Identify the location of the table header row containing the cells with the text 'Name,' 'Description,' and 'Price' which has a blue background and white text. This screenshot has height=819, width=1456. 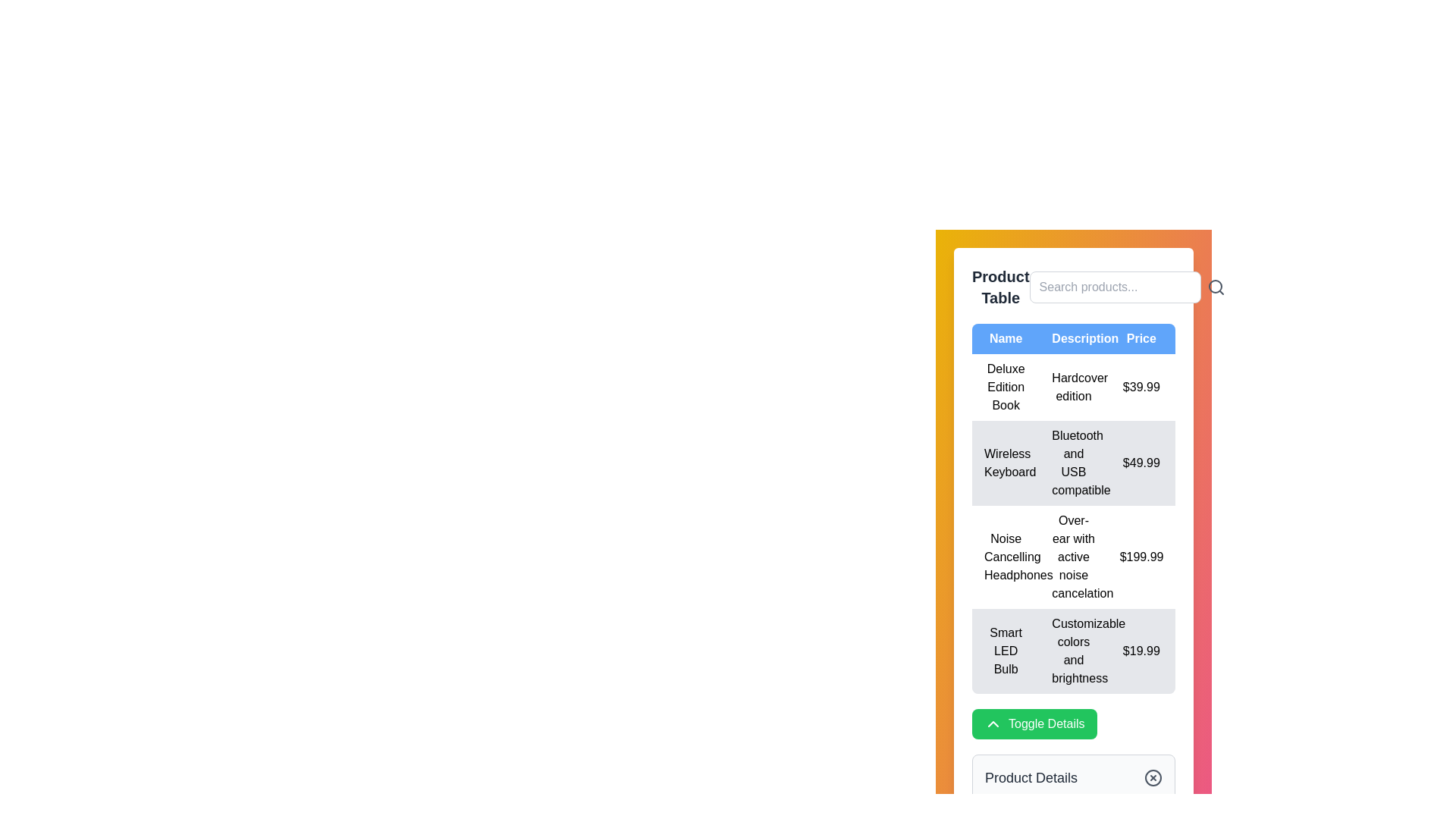
(1073, 338).